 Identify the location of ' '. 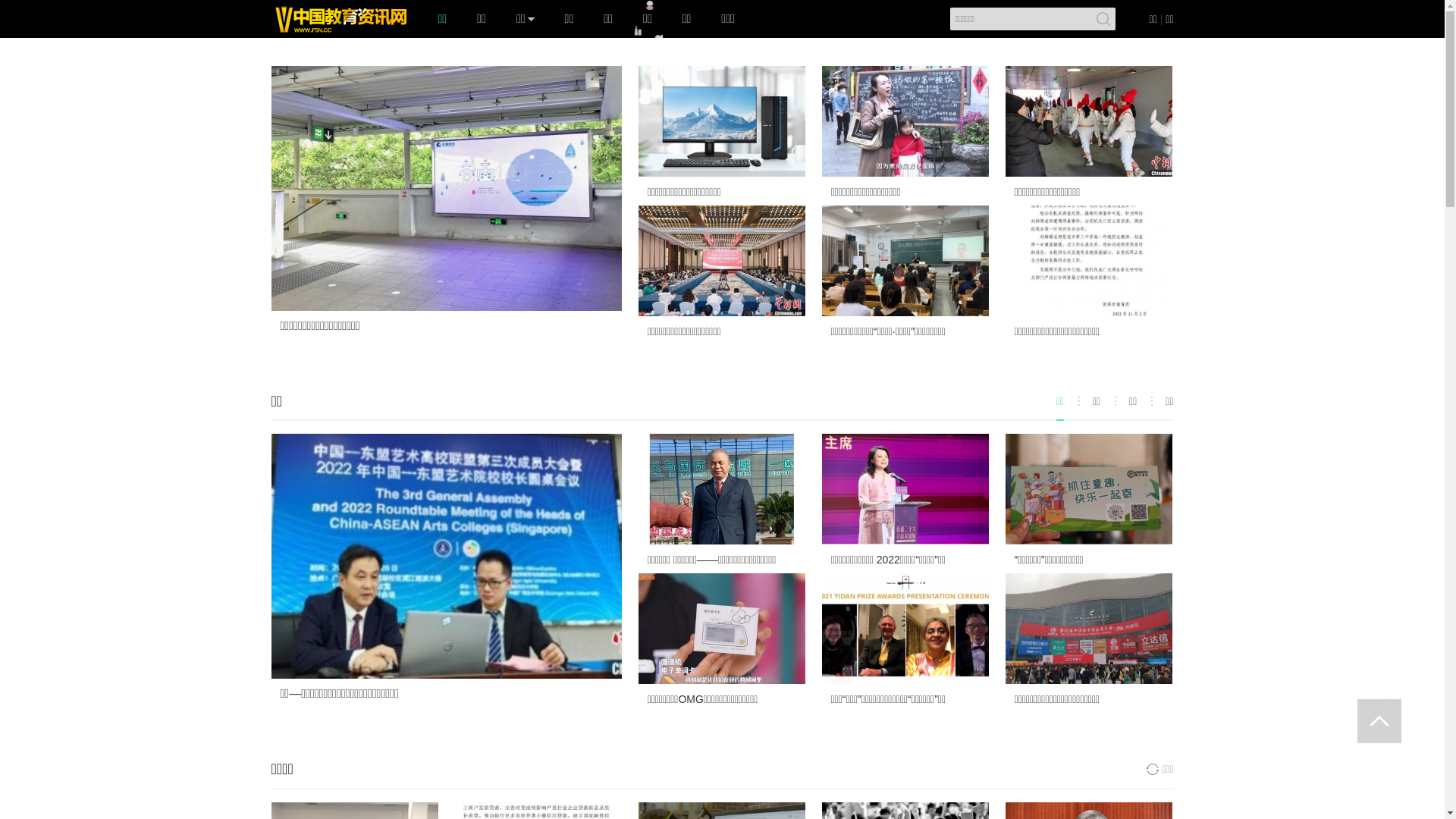
(1379, 720).